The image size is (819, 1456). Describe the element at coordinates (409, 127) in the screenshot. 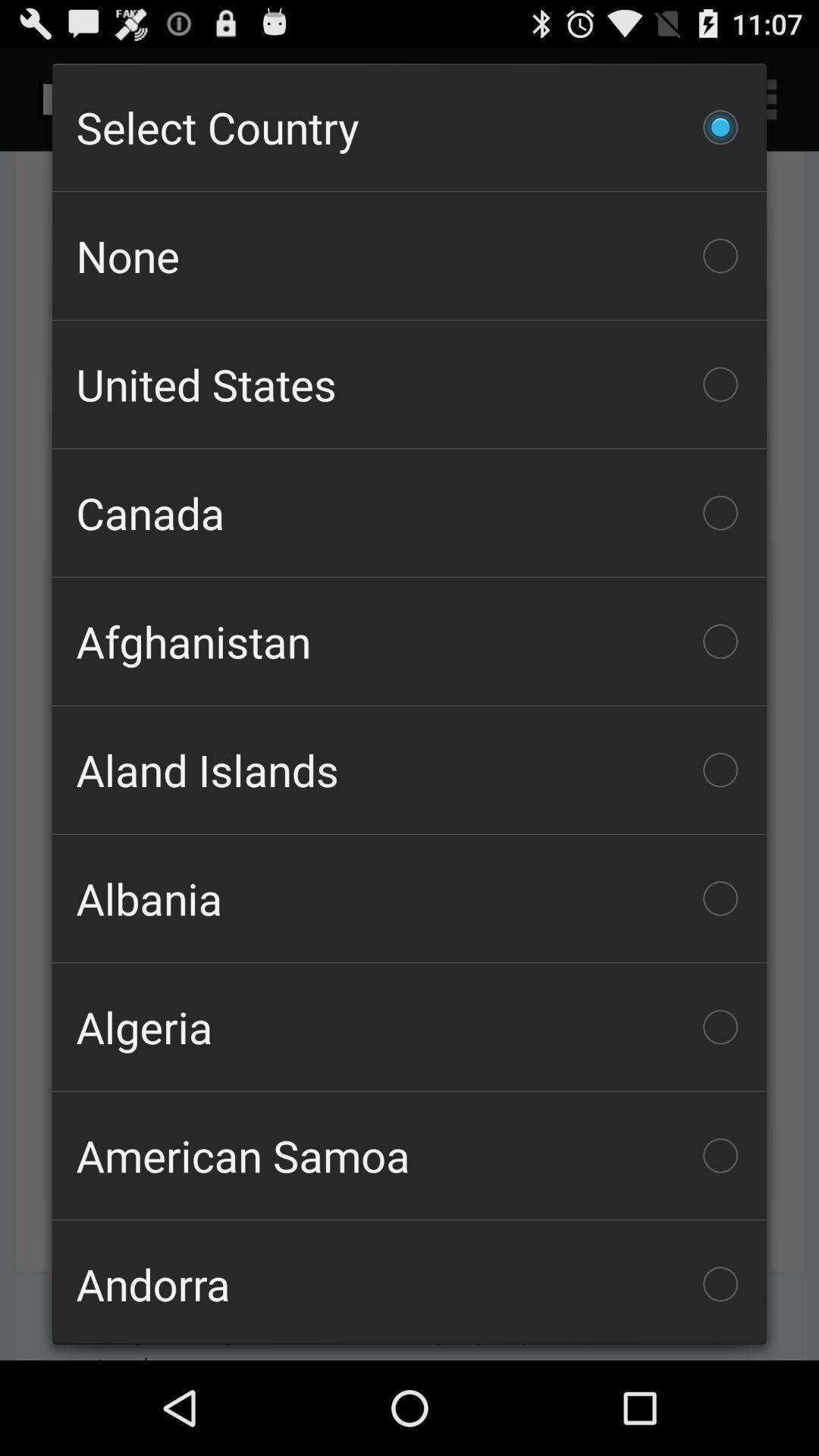

I see `the item above the none item` at that location.